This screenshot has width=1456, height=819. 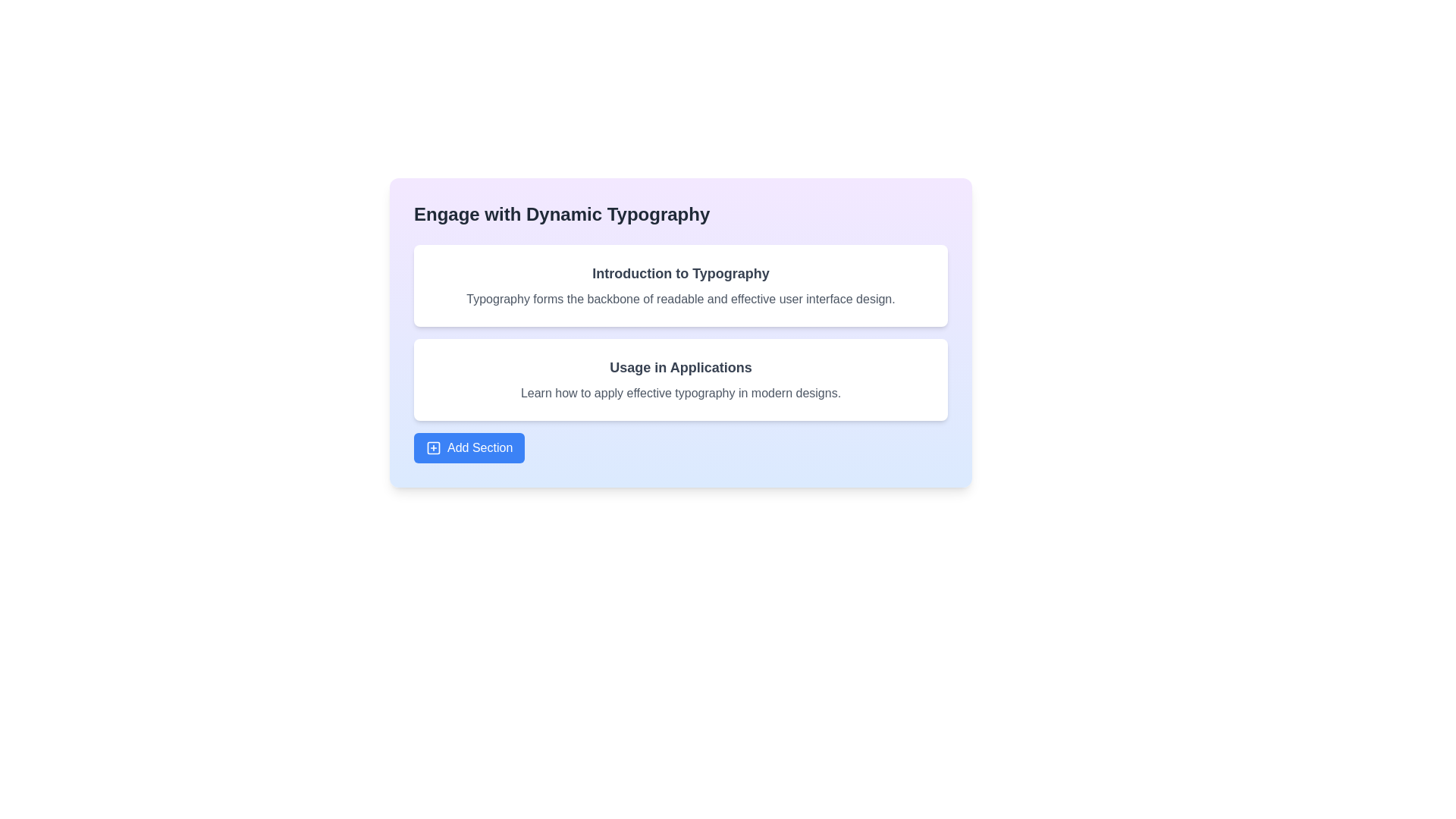 What do you see at coordinates (479, 447) in the screenshot?
I see `the text label that serves as the central content for the button which adds a new content section, located at the lower-center of the interface` at bounding box center [479, 447].